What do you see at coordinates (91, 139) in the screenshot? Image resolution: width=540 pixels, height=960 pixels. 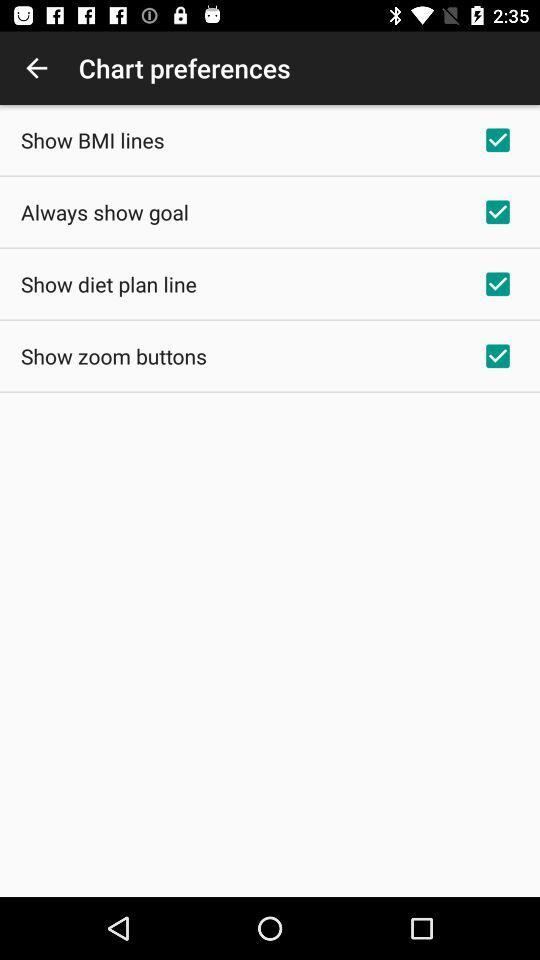 I see `the show bmi lines icon` at bounding box center [91, 139].